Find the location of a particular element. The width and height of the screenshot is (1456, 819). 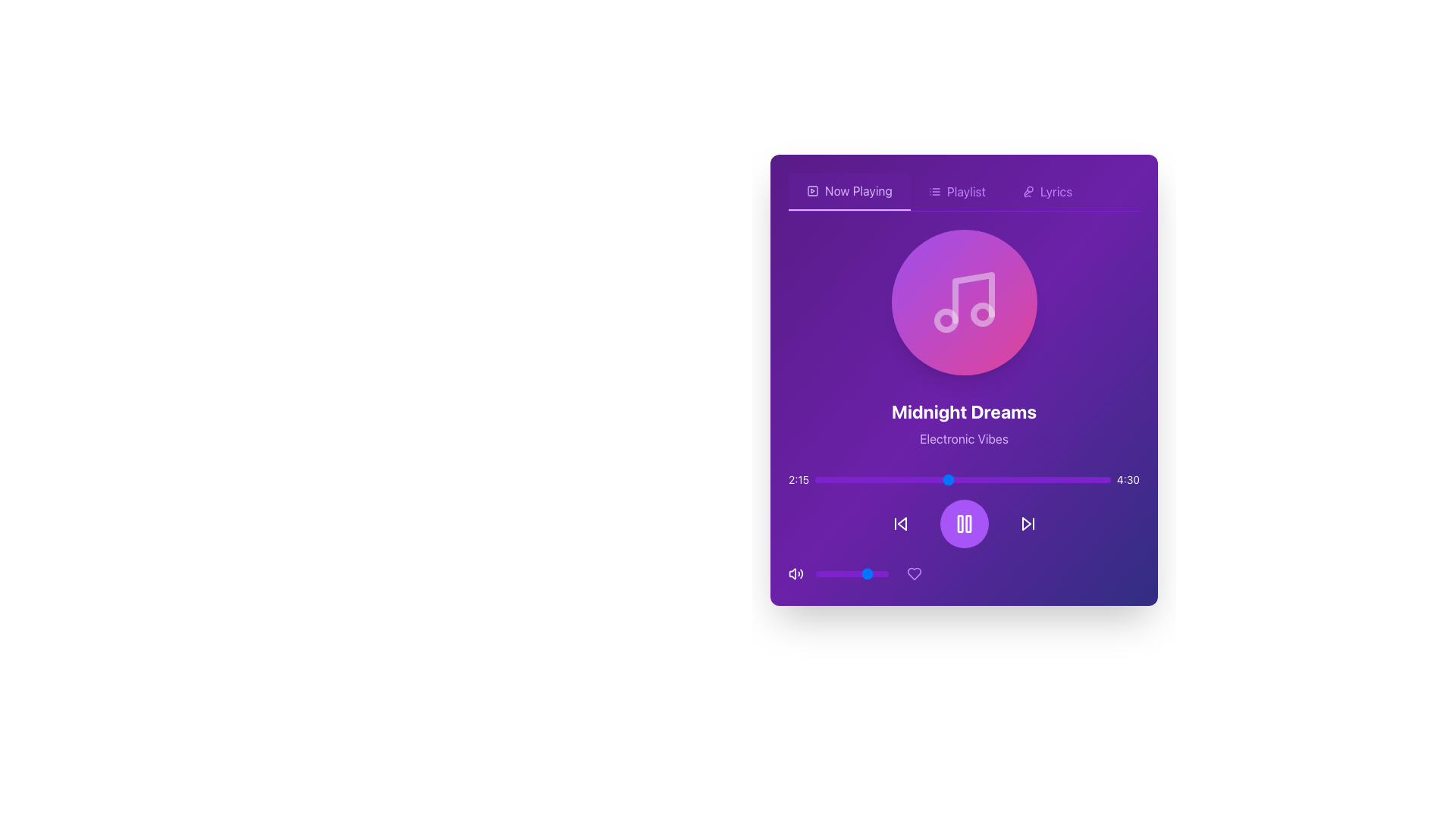

the 'Lyrics' icon located in the top-right corner of the music player interface, positioned to the left of the text label 'Lyrics' is located at coordinates (1028, 191).